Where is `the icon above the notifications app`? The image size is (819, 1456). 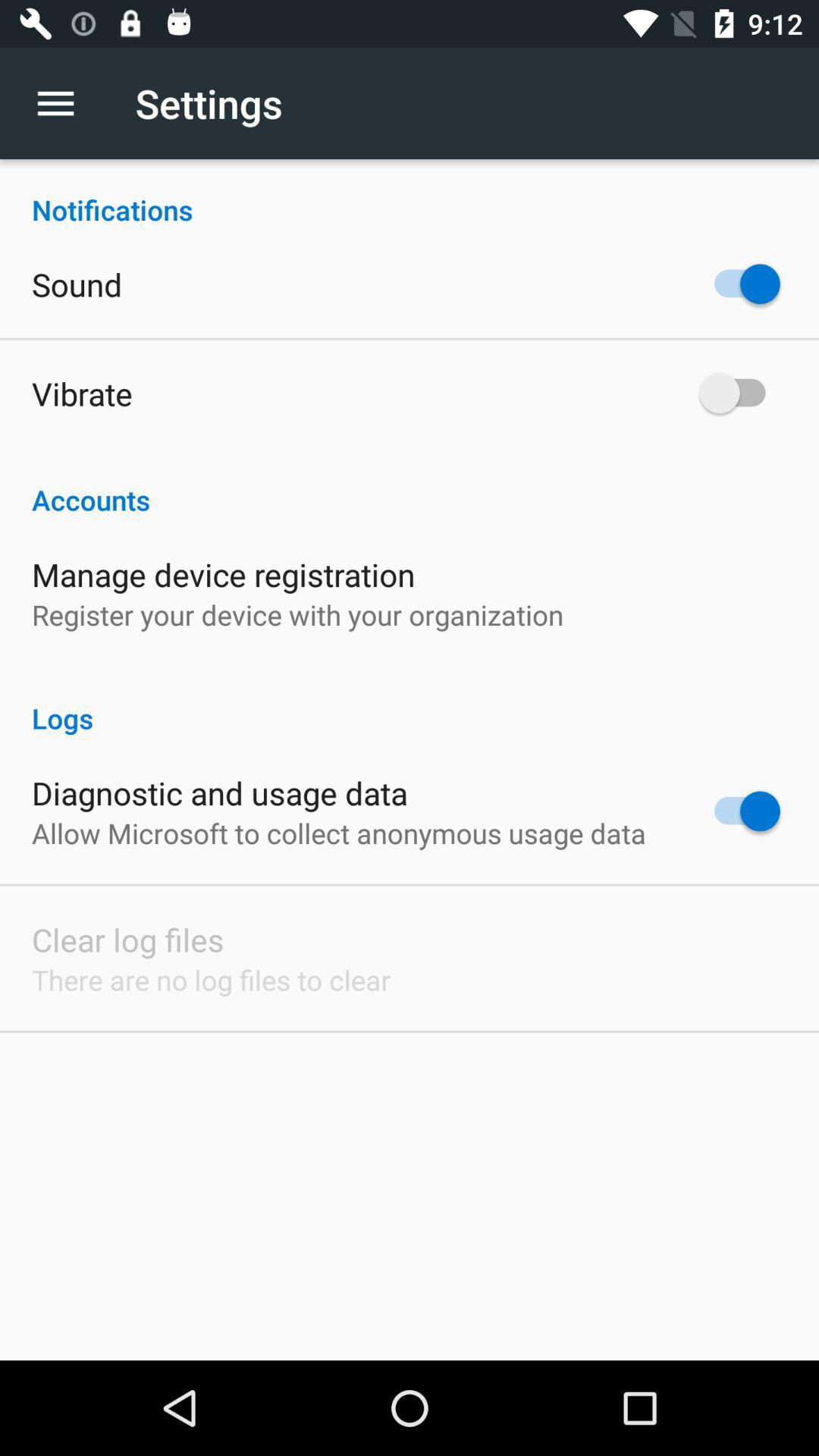 the icon above the notifications app is located at coordinates (63, 102).